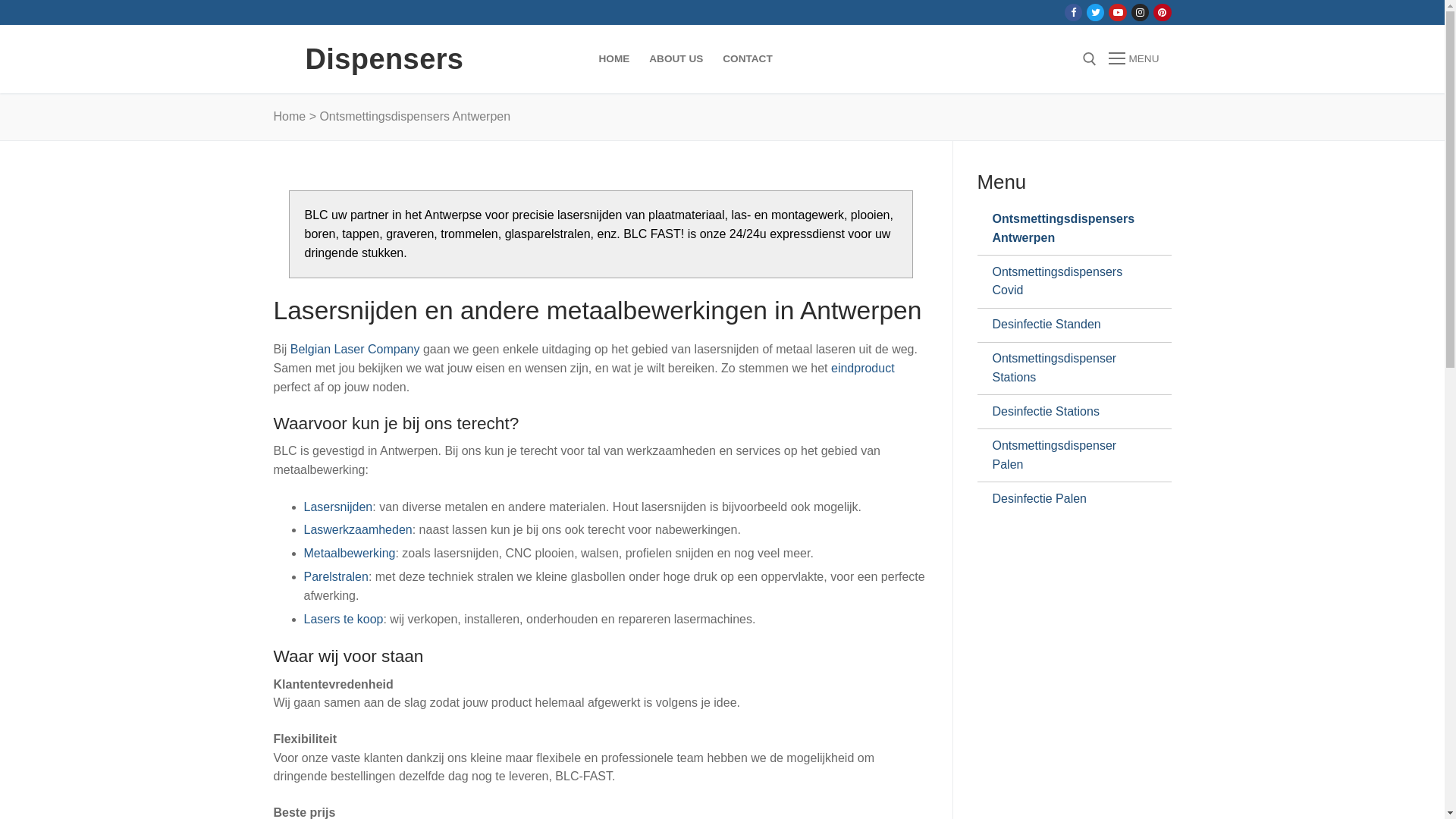 Image resolution: width=1456 pixels, height=819 pixels. I want to click on 'Dispensers', so click(384, 58).